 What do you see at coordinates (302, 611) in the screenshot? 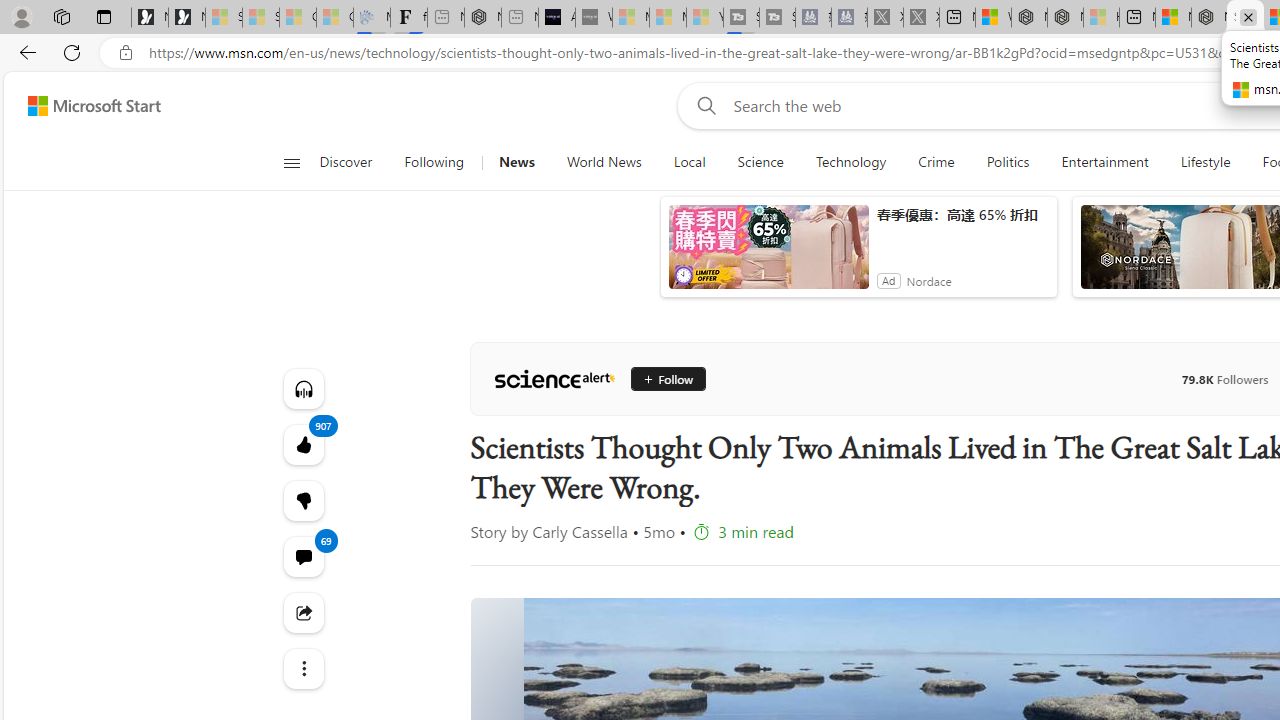
I see `'Share this story'` at bounding box center [302, 611].